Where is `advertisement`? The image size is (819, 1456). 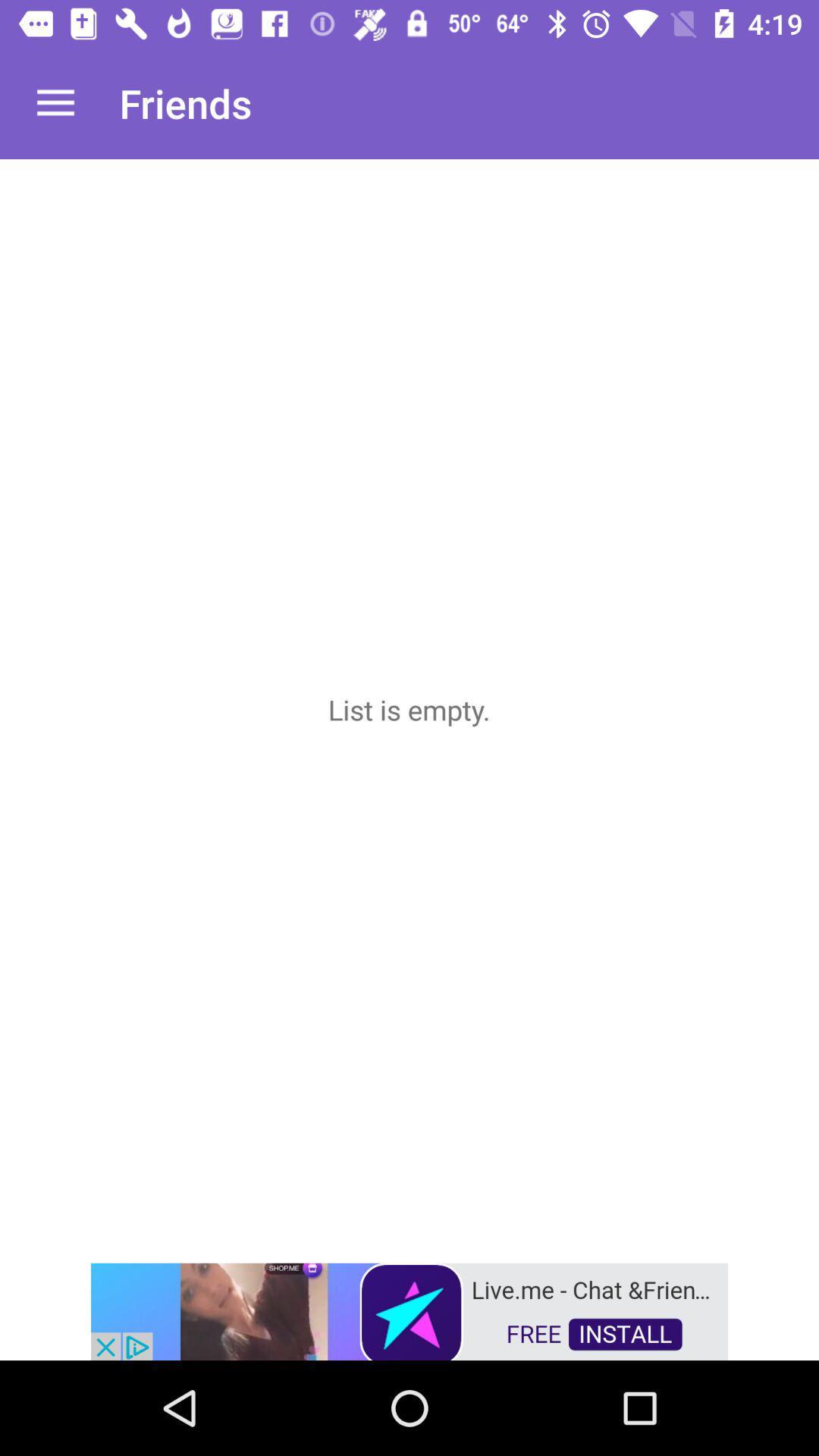
advertisement is located at coordinates (409, 1310).